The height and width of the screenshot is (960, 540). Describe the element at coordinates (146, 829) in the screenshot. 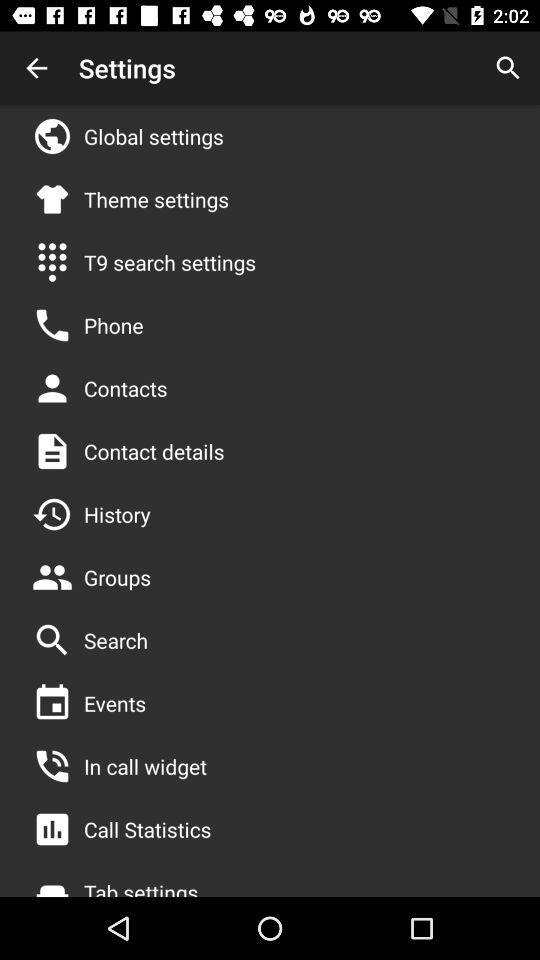

I see `the app above the tab settings icon` at that location.